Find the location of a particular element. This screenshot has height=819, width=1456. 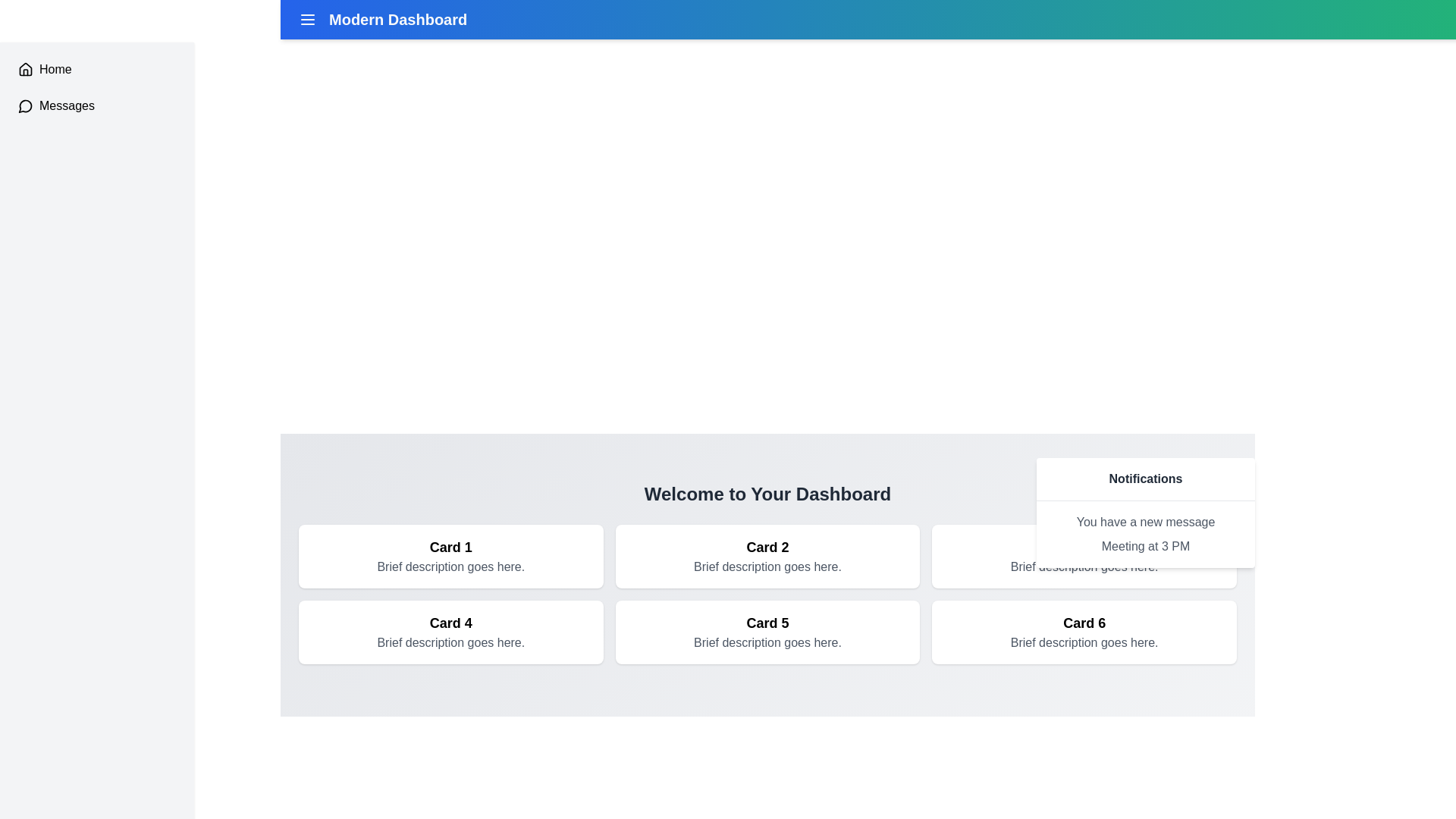

the 'Home' button located at the top of the left sidebar is located at coordinates (96, 70).